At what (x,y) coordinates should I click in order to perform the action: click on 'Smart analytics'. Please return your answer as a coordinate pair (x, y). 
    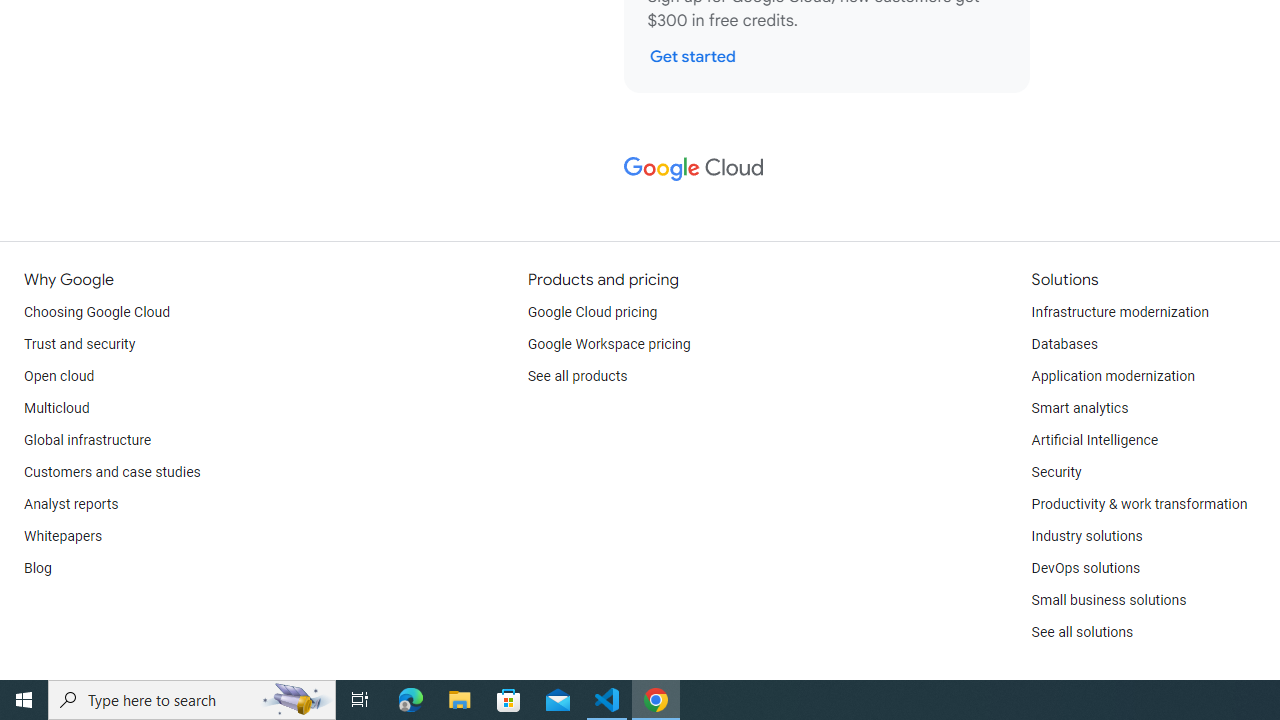
    Looking at the image, I should click on (1078, 407).